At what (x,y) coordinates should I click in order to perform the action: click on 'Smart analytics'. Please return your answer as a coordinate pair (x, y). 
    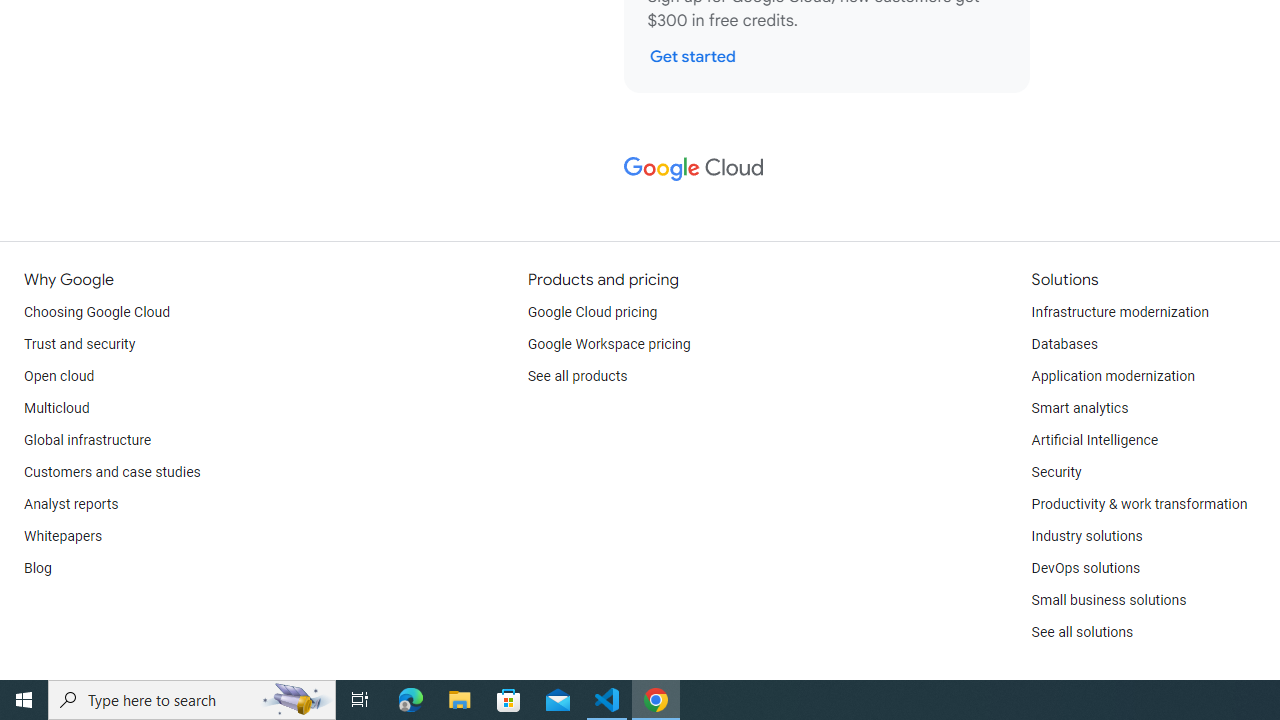
    Looking at the image, I should click on (1078, 407).